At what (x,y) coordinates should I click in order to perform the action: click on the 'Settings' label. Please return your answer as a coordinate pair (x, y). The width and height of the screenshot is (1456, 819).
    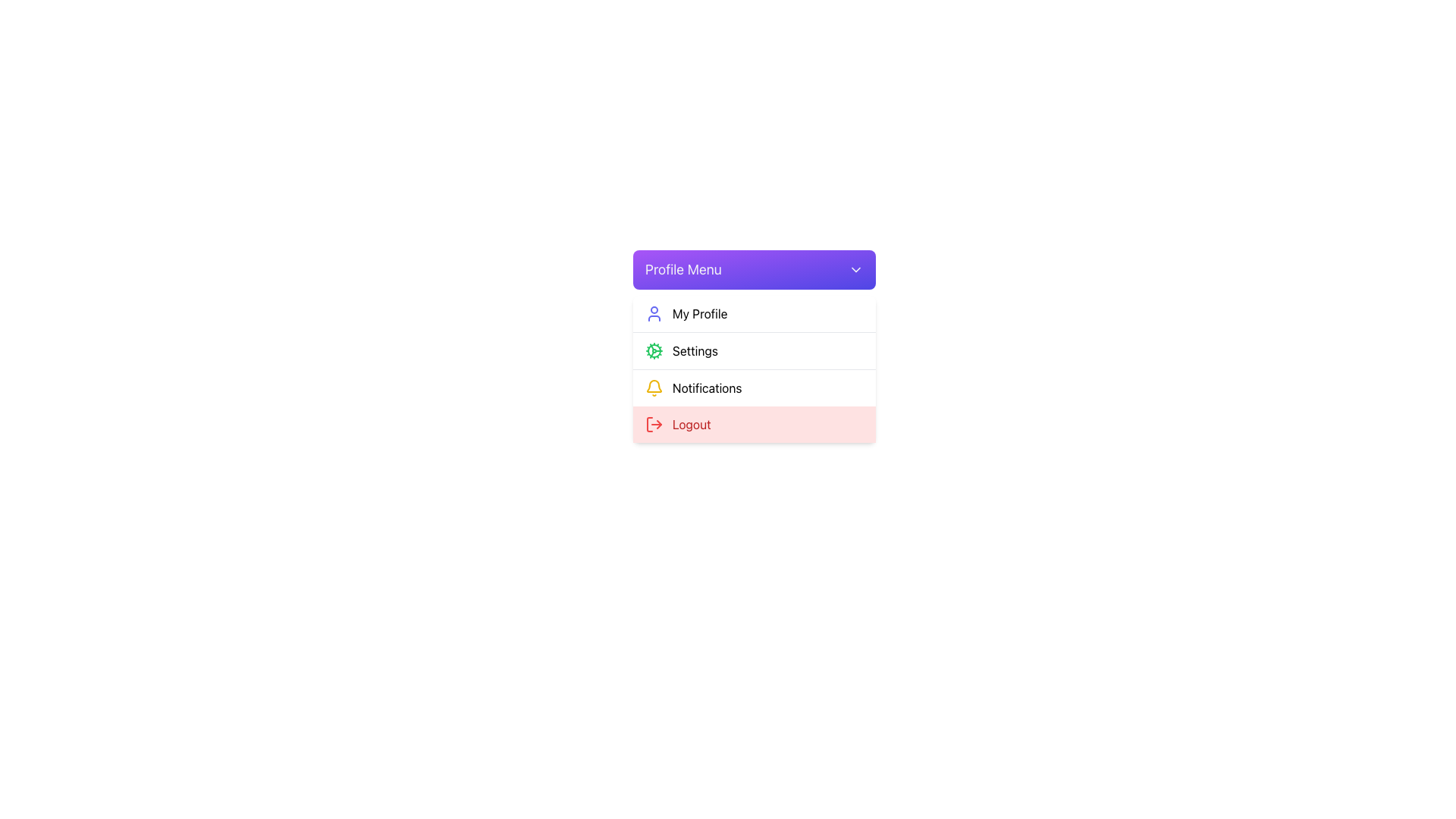
    Looking at the image, I should click on (694, 350).